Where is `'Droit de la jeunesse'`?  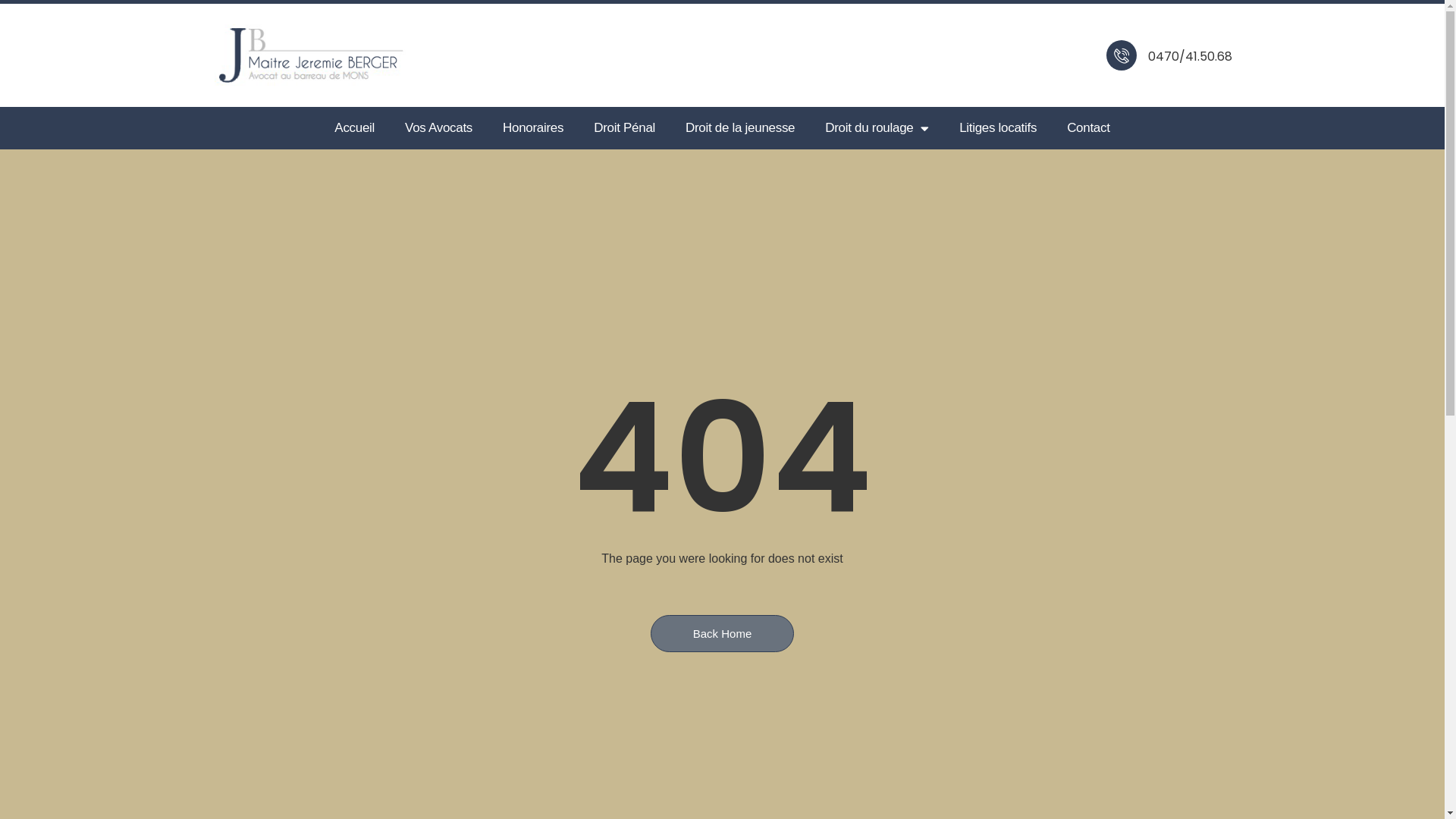 'Droit de la jeunesse' is located at coordinates (739, 127).